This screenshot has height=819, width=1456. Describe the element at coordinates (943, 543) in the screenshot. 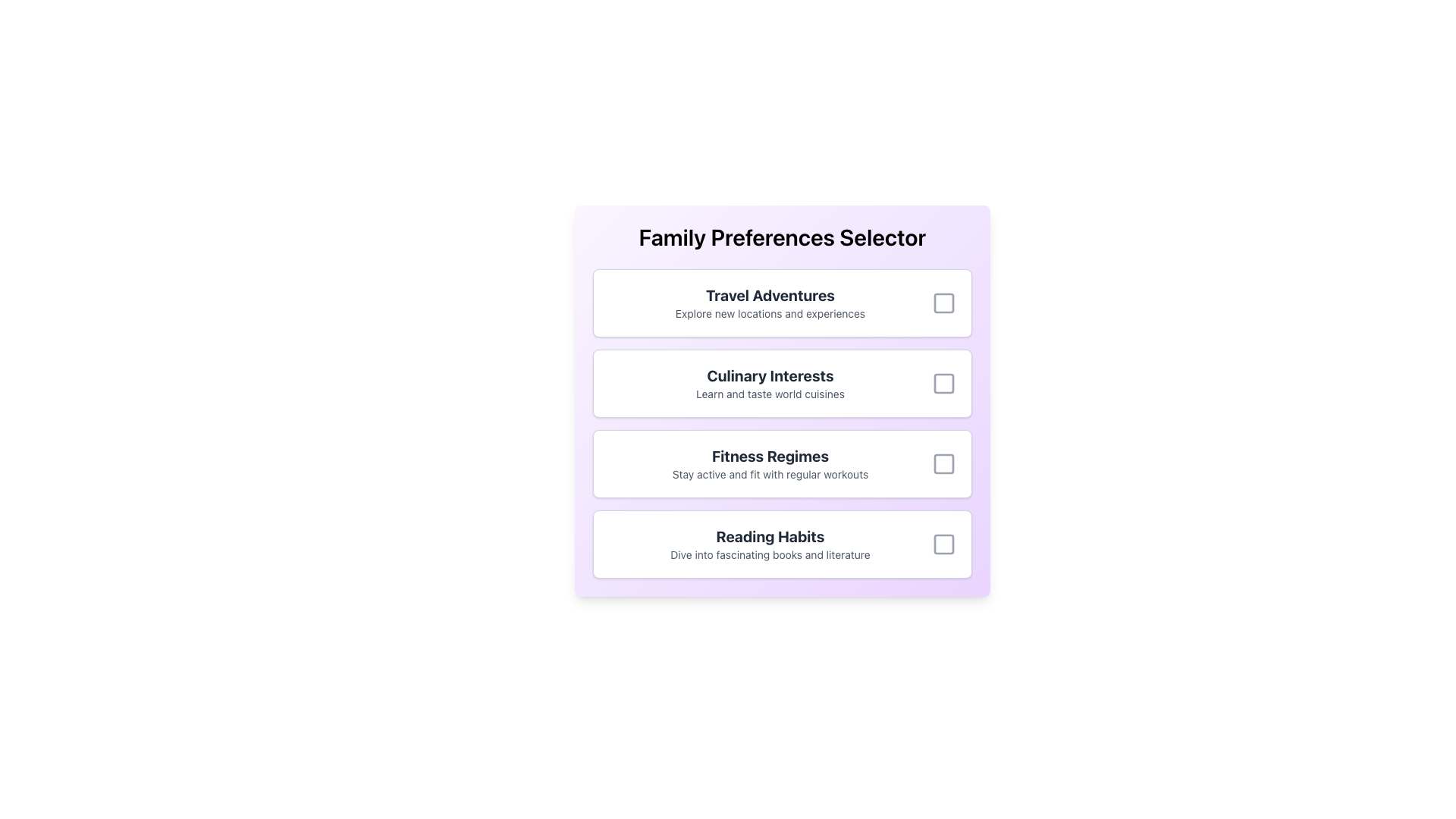

I see `the Checkbox located on the right side of the 'Reading Habits' section` at that location.